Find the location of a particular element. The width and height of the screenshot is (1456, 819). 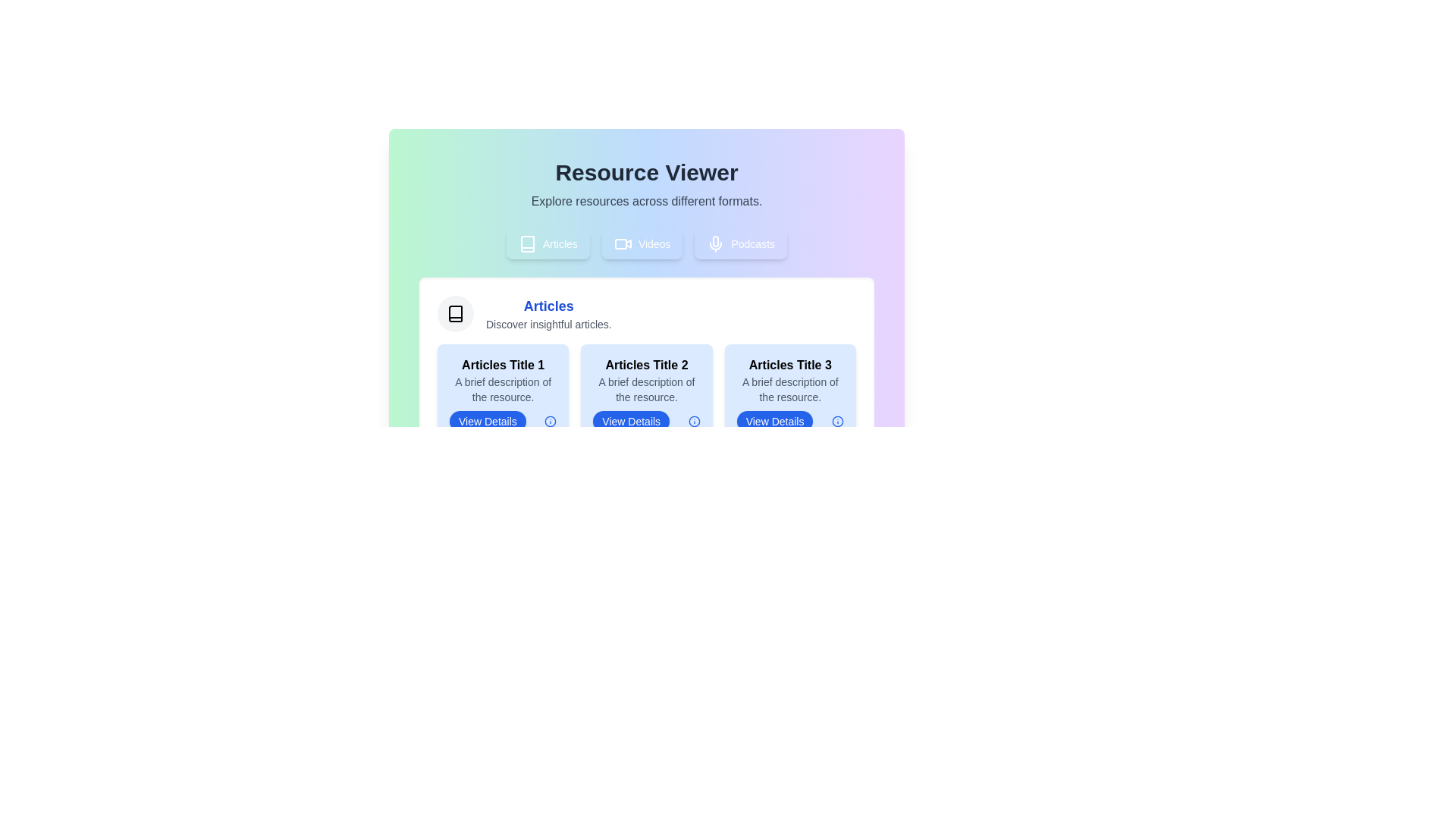

the 'Articles' text label in the horizontal navigation menu is located at coordinates (560, 243).